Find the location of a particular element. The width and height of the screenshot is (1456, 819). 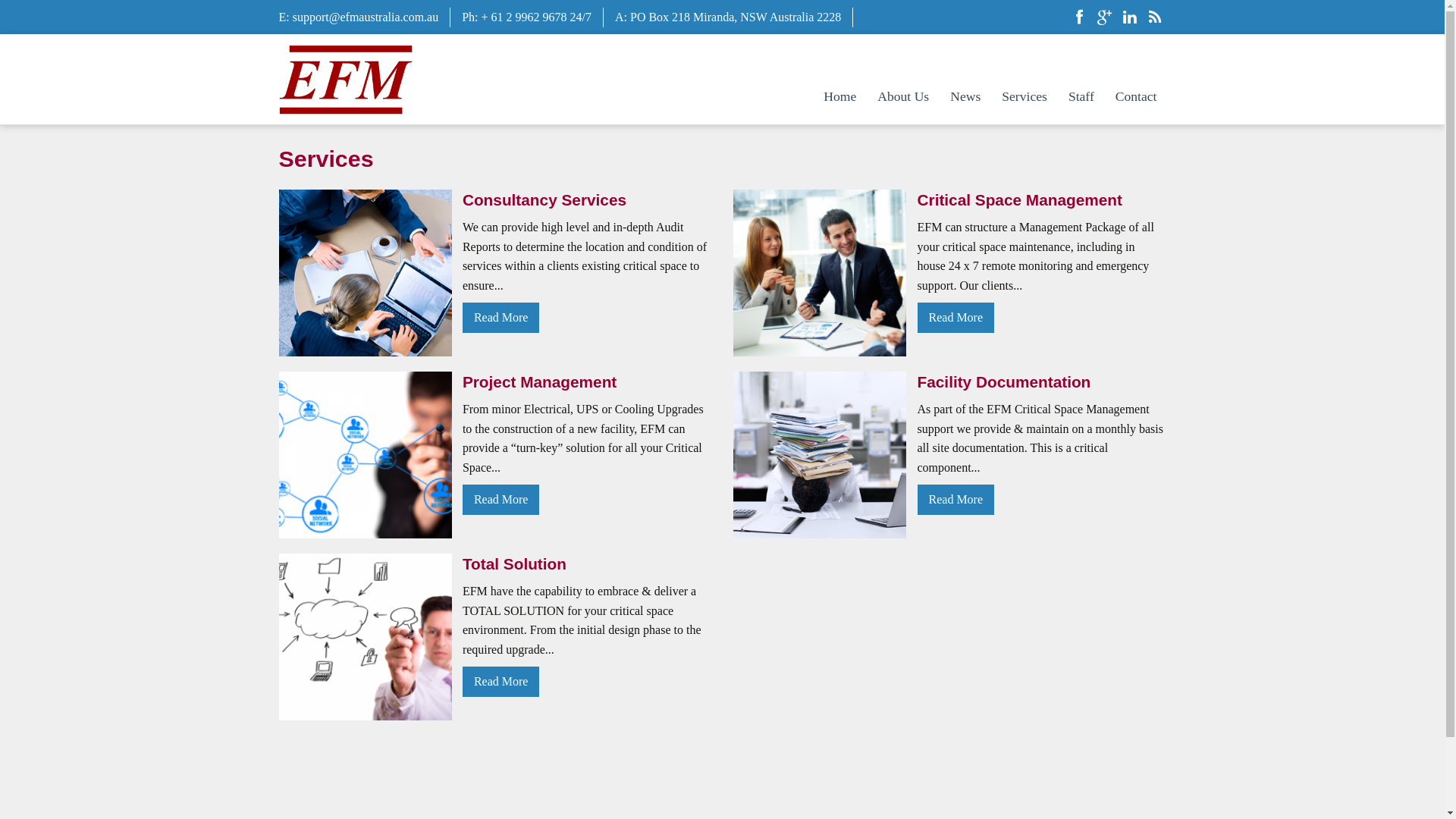

'A: PO Box 218 Miranda, NSW Australia 2228' is located at coordinates (728, 17).